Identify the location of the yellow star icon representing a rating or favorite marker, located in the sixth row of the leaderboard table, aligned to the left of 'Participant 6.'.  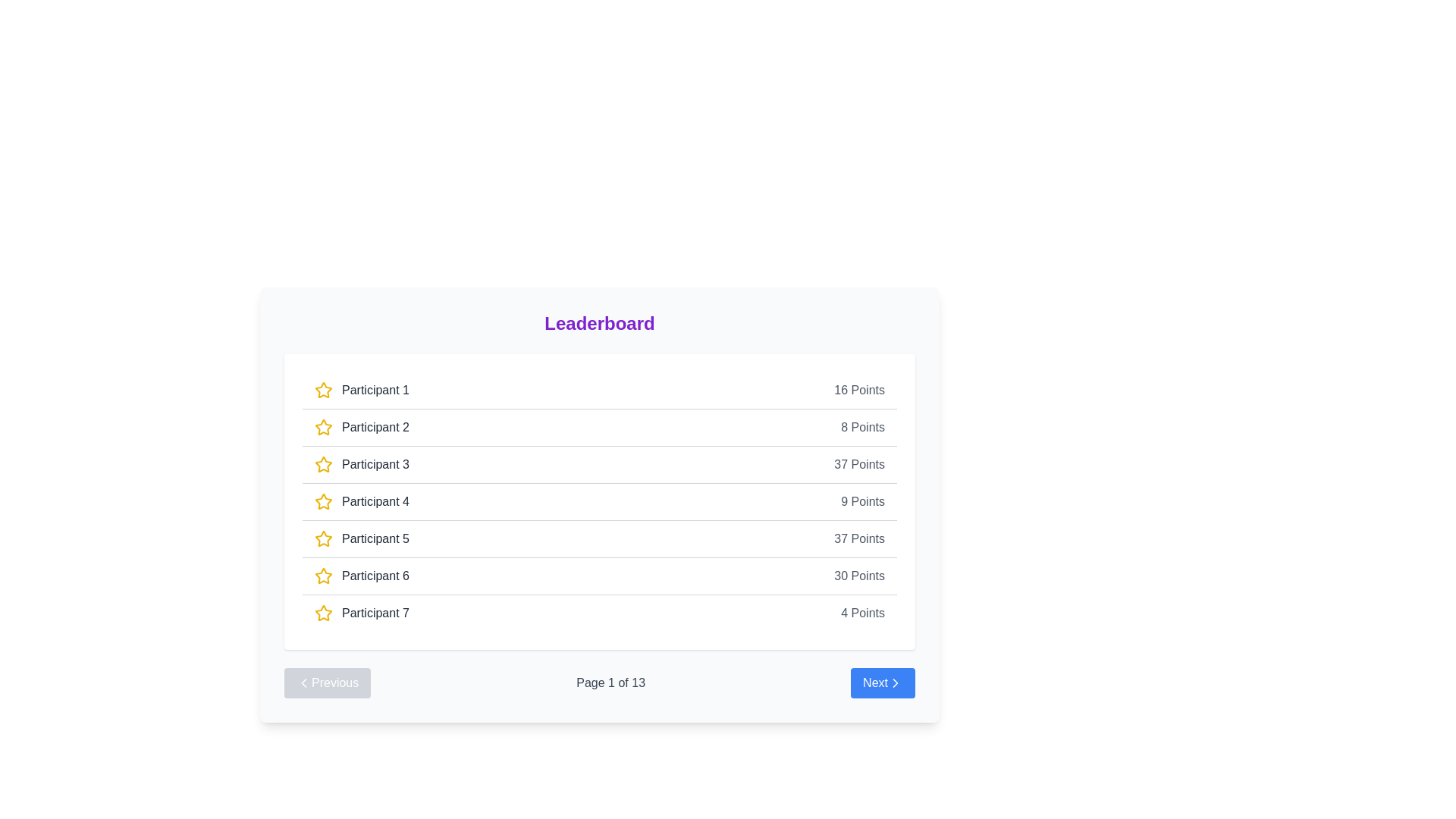
(323, 576).